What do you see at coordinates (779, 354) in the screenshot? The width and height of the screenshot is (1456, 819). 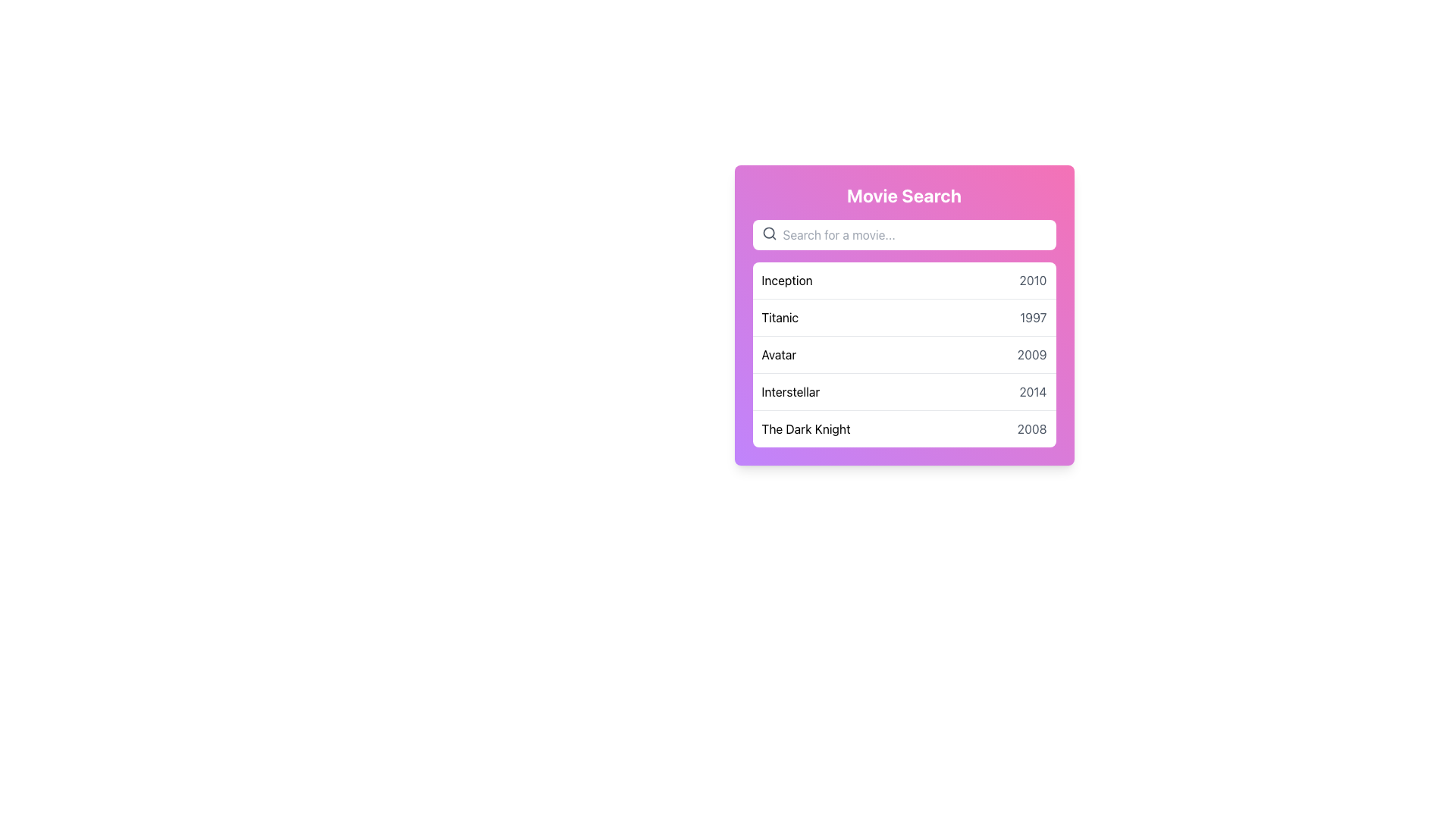 I see `the text label 'Avatar' which is displayed in bold, black font in the third row of the list under 'Movie Search'` at bounding box center [779, 354].